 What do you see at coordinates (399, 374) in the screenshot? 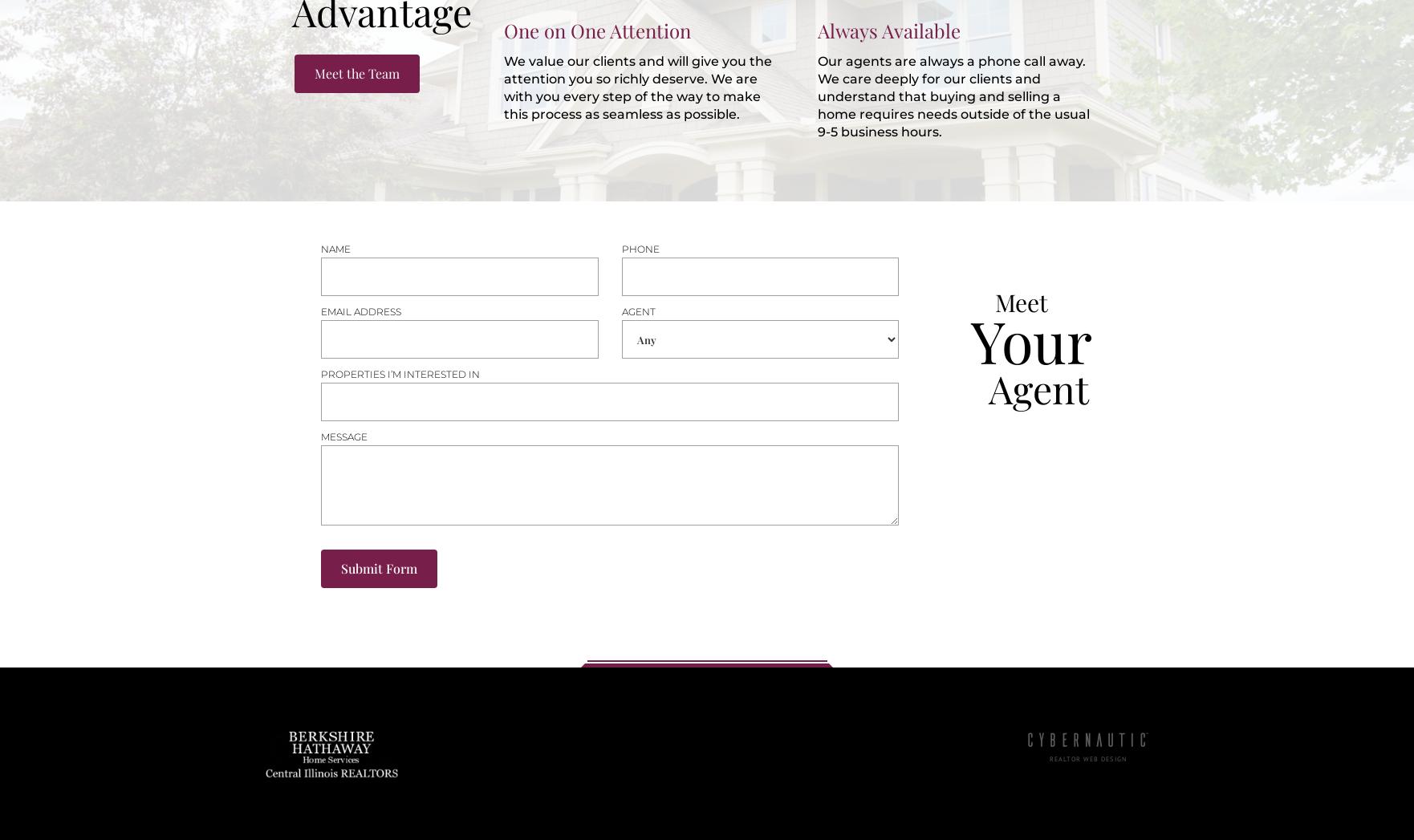
I see `'Properties i’m interested in'` at bounding box center [399, 374].